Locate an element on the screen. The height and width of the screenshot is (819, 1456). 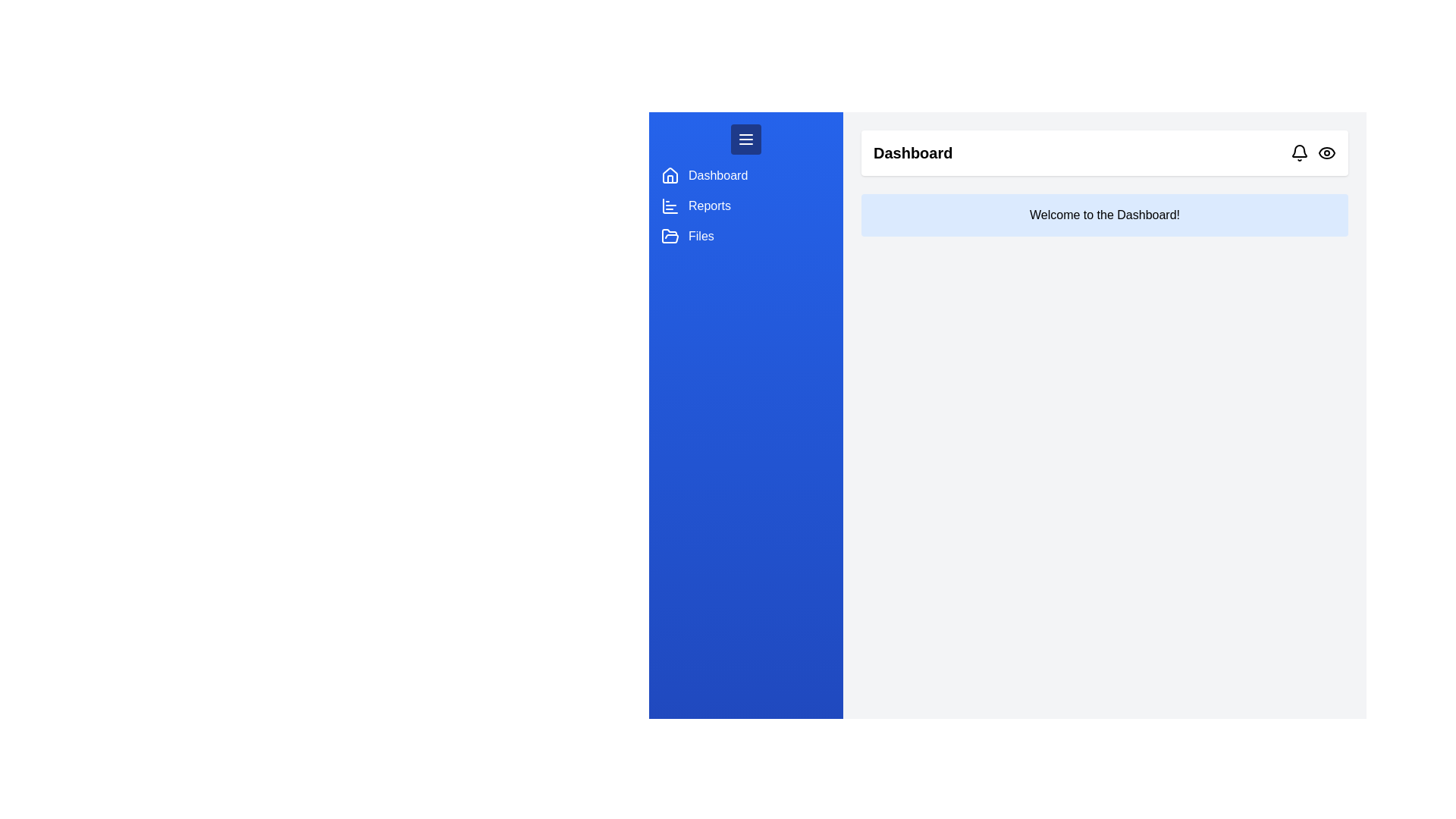
the SVG icon located in the left-hand vertical navigation bar, positioned at the top among similarly styled icons, which serves as a navigation link to the main or Dashboard page of the application is located at coordinates (669, 178).